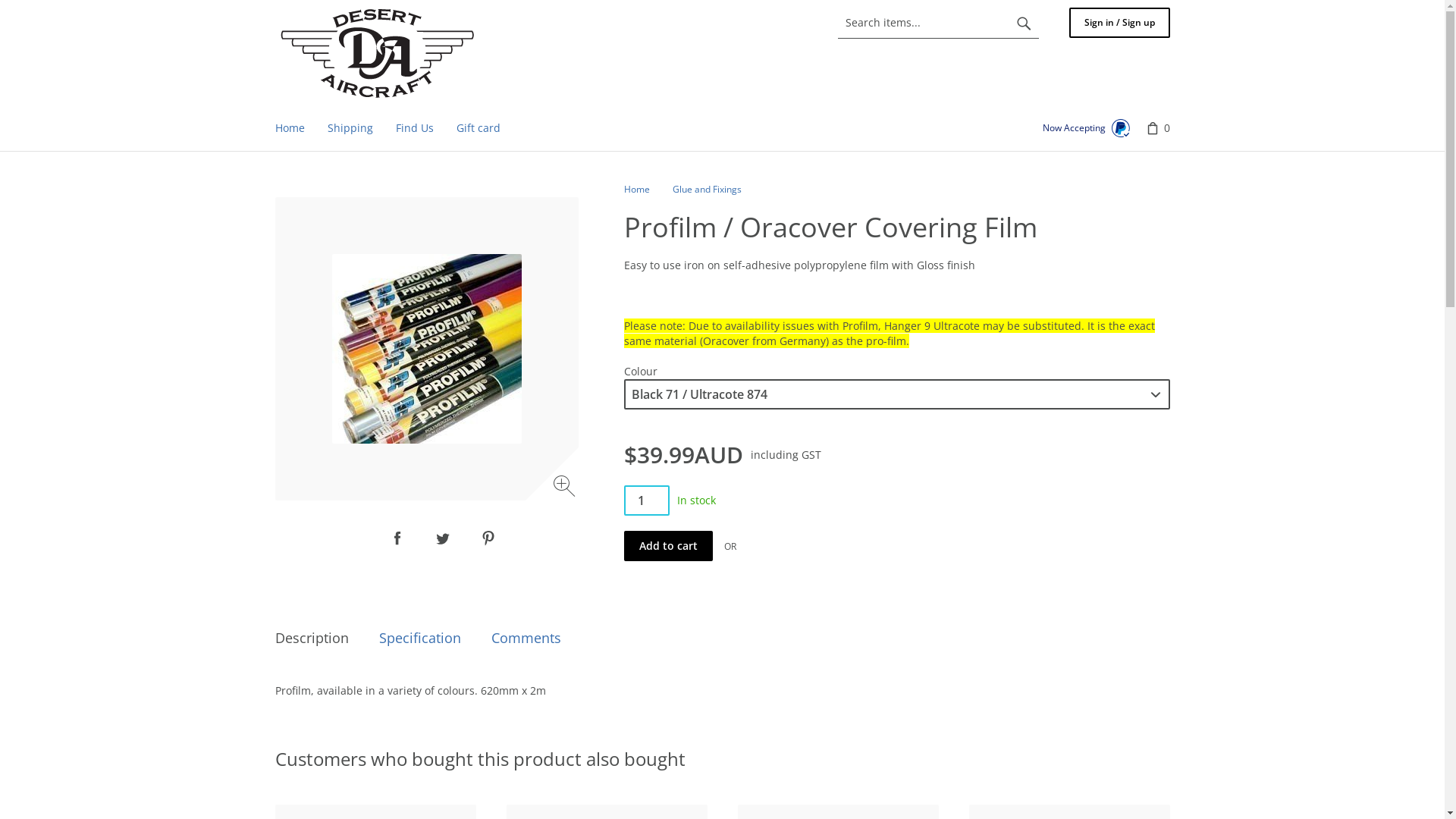 The width and height of the screenshot is (1456, 819). I want to click on '1', so click(645, 500).